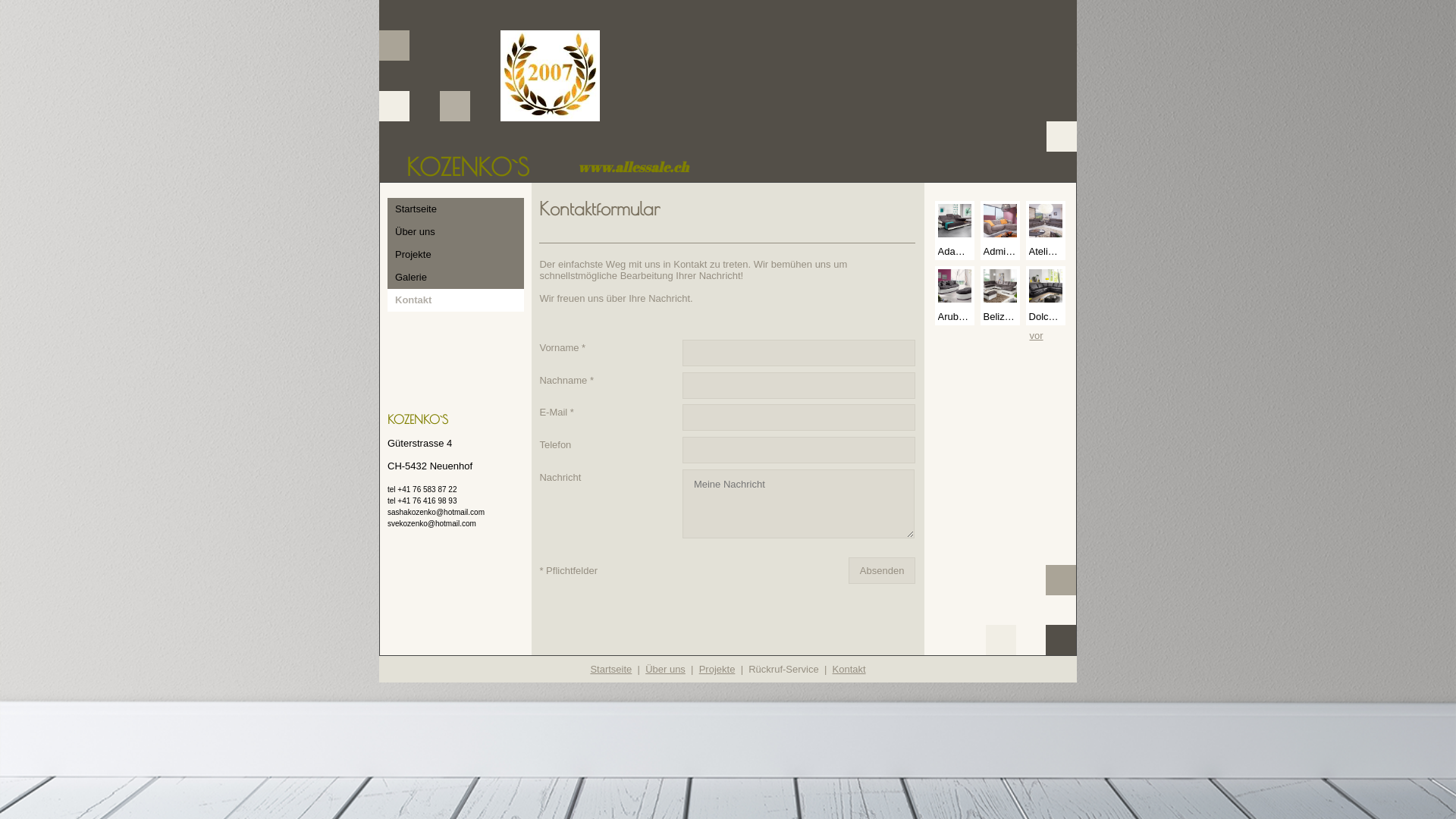  I want to click on 'Atelier 3-2 M9035 Fu...', so click(1044, 231).